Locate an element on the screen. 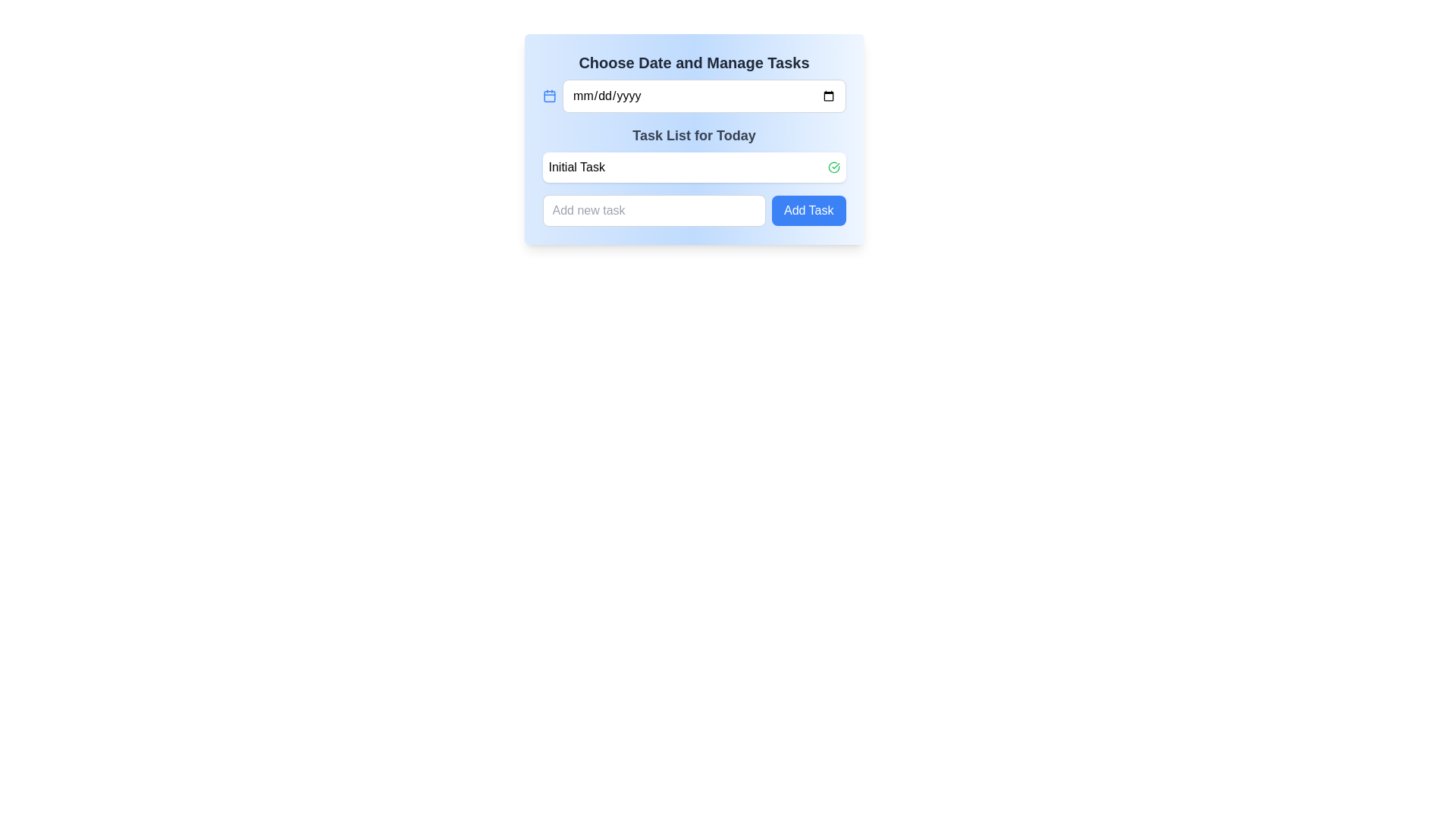  the static text header that serves as a title for the section displaying today's tasks, positioned centrally below the date picker is located at coordinates (693, 134).